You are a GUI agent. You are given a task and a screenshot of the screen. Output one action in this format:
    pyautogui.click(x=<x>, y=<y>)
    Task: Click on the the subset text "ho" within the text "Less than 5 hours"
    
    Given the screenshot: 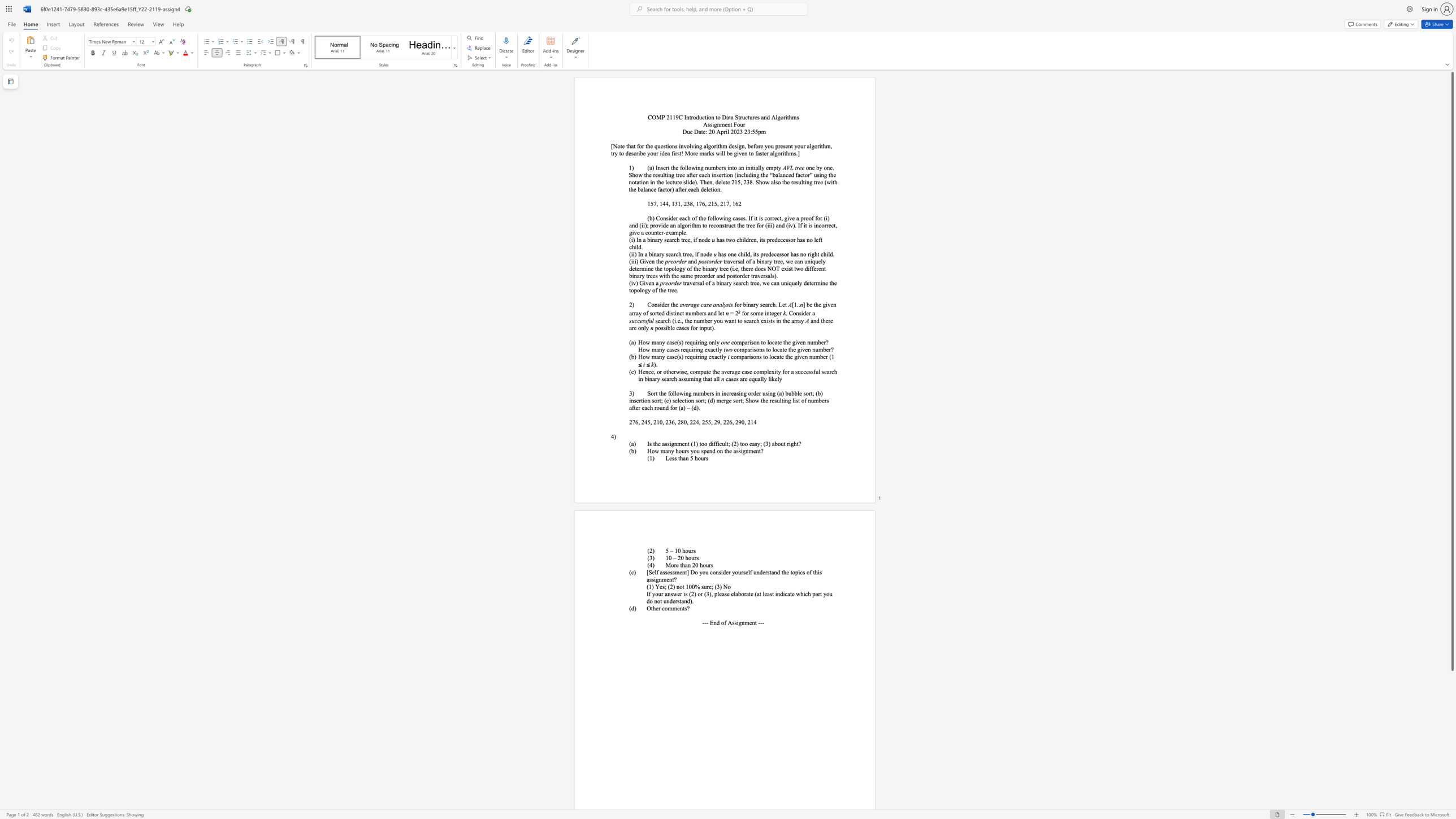 What is the action you would take?
    pyautogui.click(x=694, y=458)
    